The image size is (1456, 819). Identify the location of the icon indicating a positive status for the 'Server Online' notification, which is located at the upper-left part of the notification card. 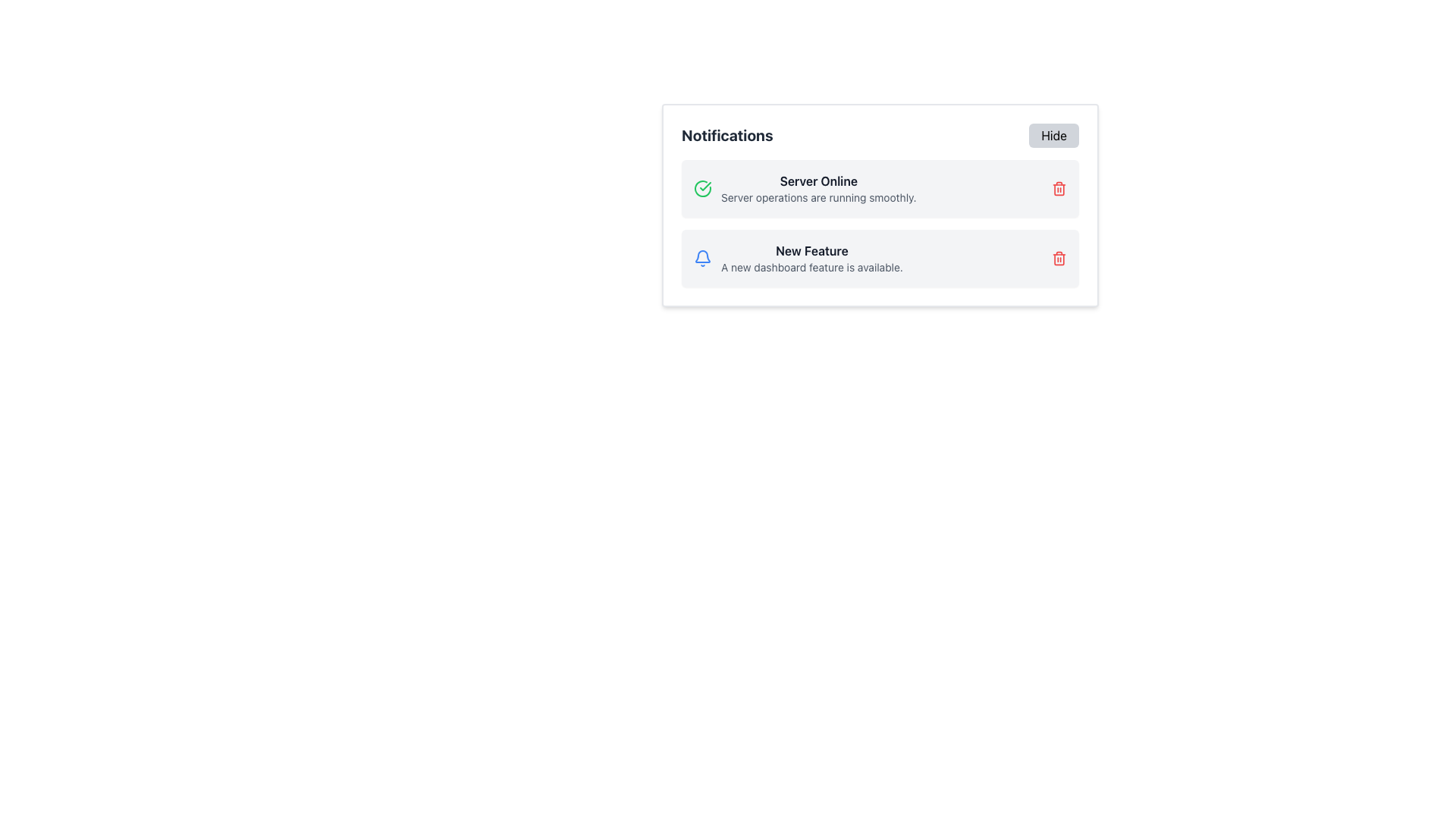
(701, 188).